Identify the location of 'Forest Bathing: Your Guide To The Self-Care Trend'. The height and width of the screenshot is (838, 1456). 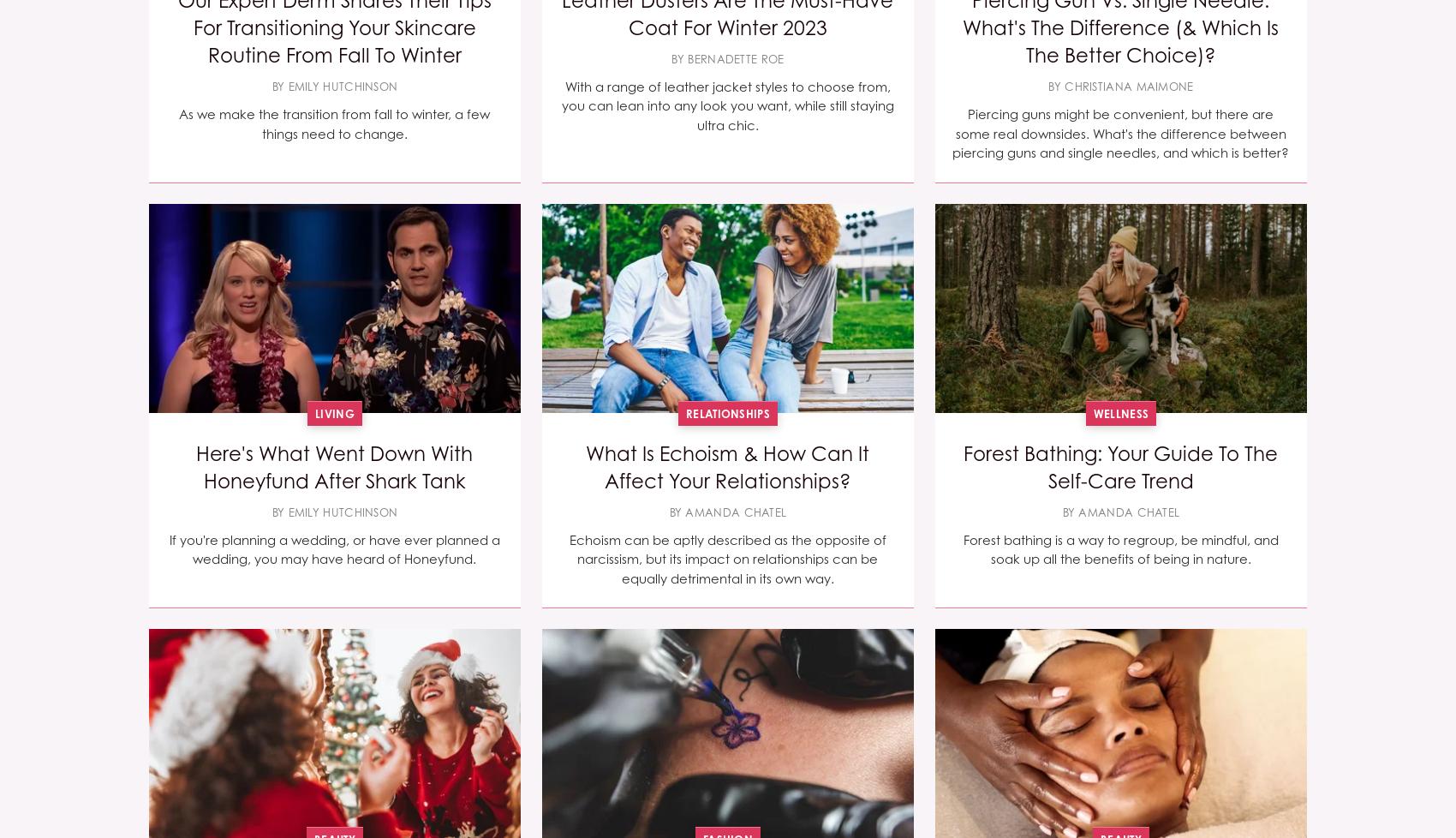
(1120, 467).